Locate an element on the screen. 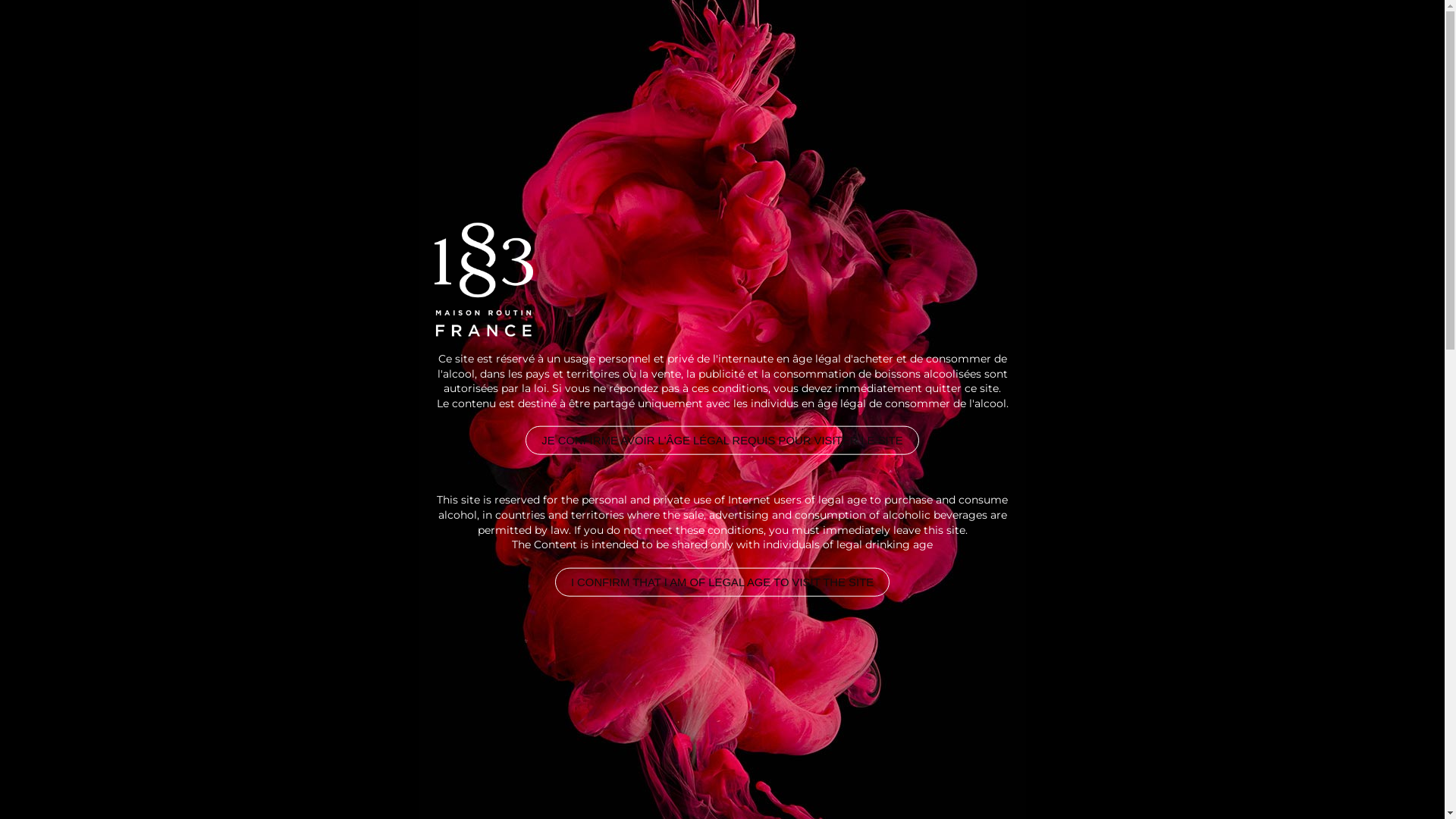  'EXCEPTIONAL SYRUPS' is located at coordinates (654, 61).